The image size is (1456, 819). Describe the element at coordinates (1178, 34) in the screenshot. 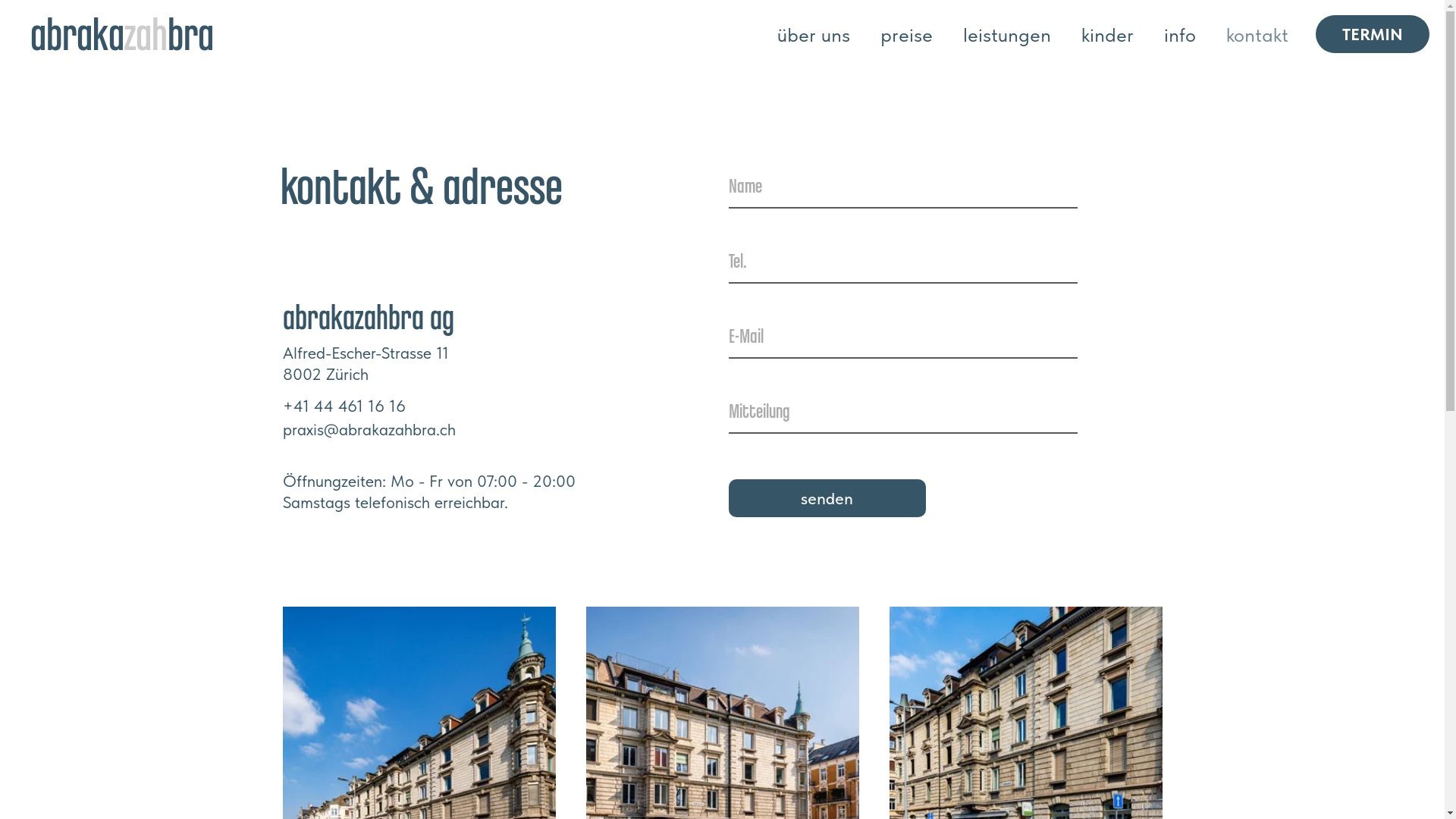

I see `'info'` at that location.